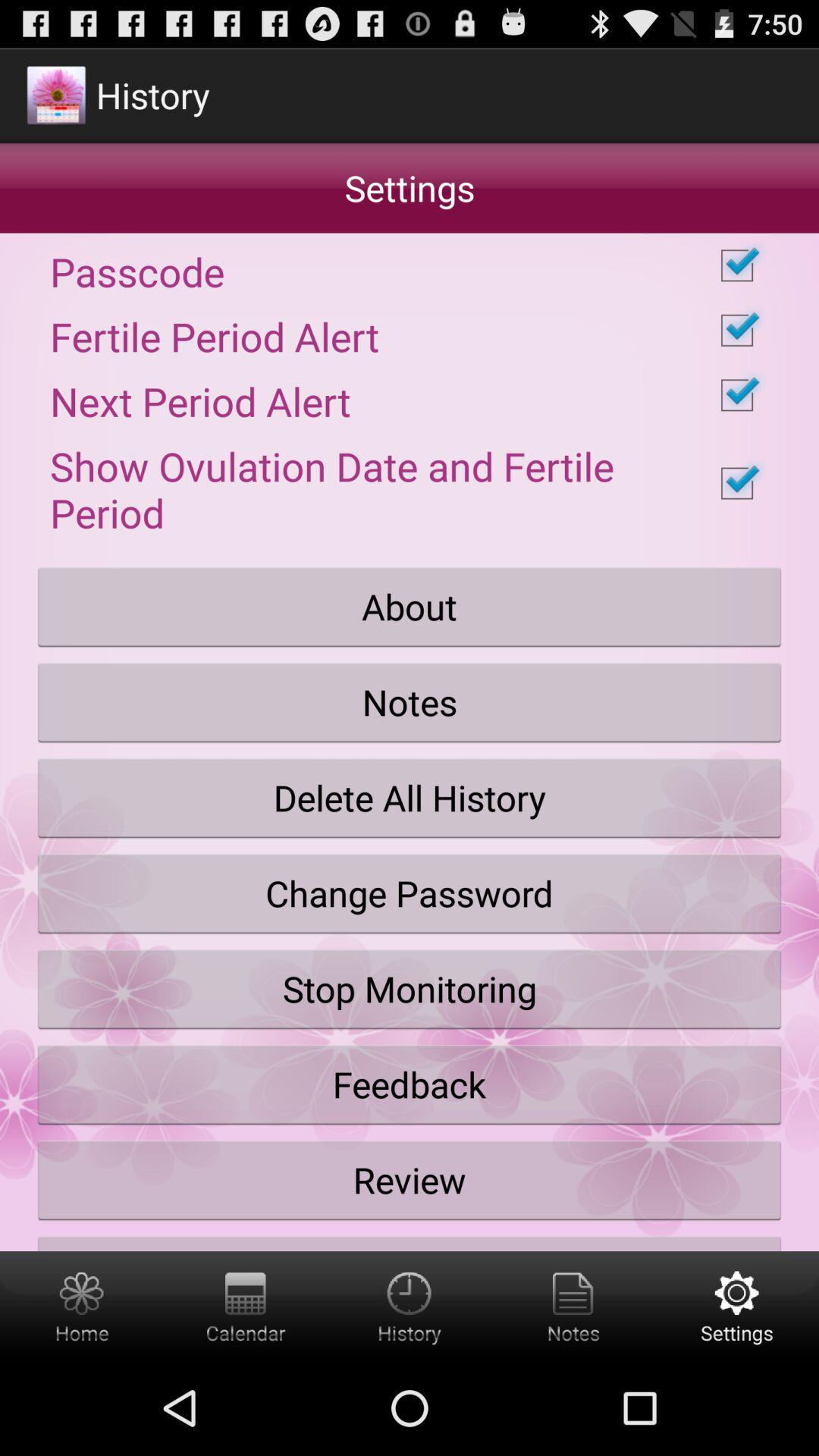 The image size is (819, 1456). I want to click on the icon below settings item, so click(409, 265).